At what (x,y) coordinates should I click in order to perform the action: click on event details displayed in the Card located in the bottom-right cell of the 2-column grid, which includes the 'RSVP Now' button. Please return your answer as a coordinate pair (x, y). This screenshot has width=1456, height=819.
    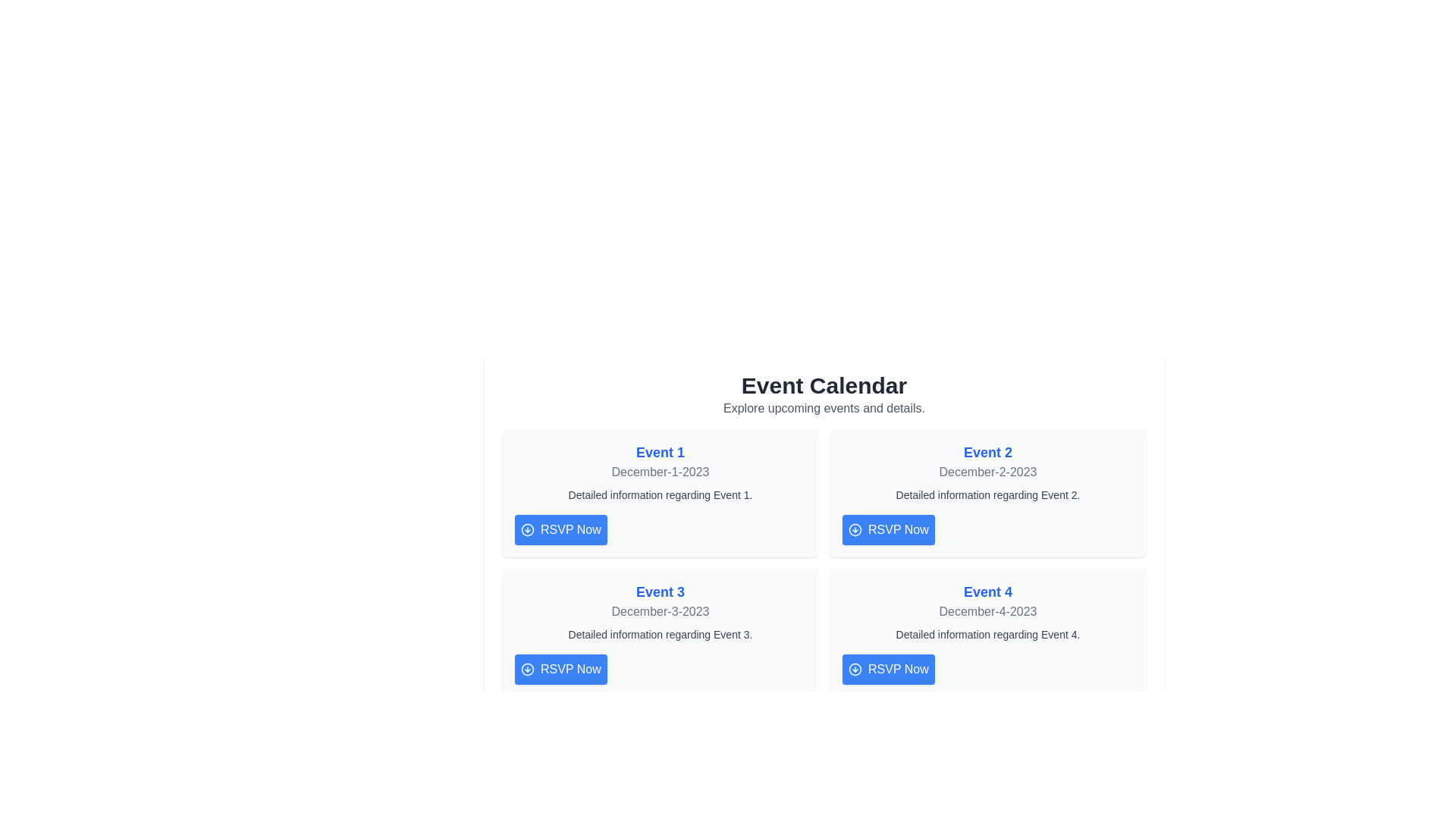
    Looking at the image, I should click on (987, 632).